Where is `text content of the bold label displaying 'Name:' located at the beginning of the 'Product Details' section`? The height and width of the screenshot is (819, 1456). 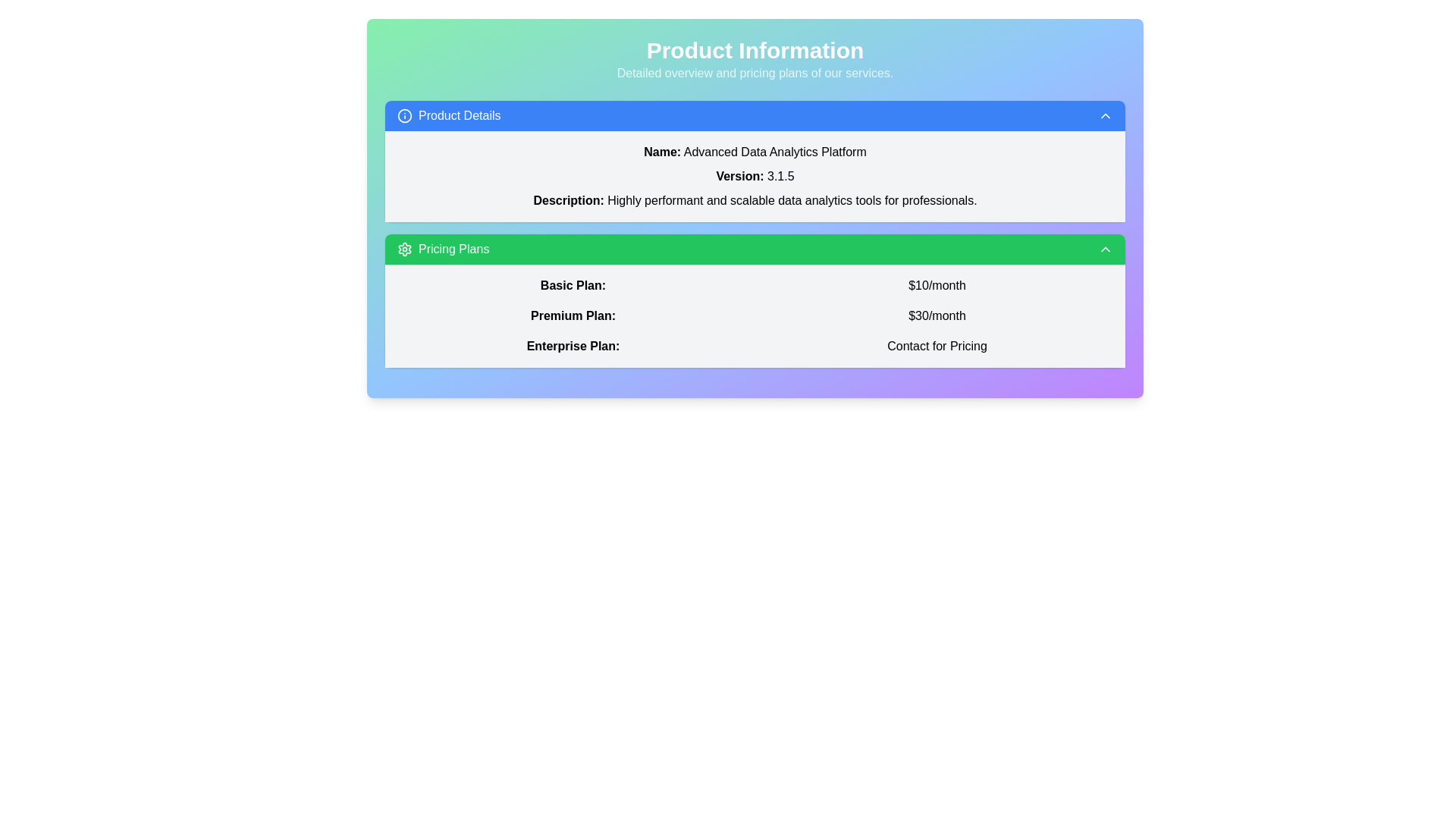 text content of the bold label displaying 'Name:' located at the beginning of the 'Product Details' section is located at coordinates (662, 152).